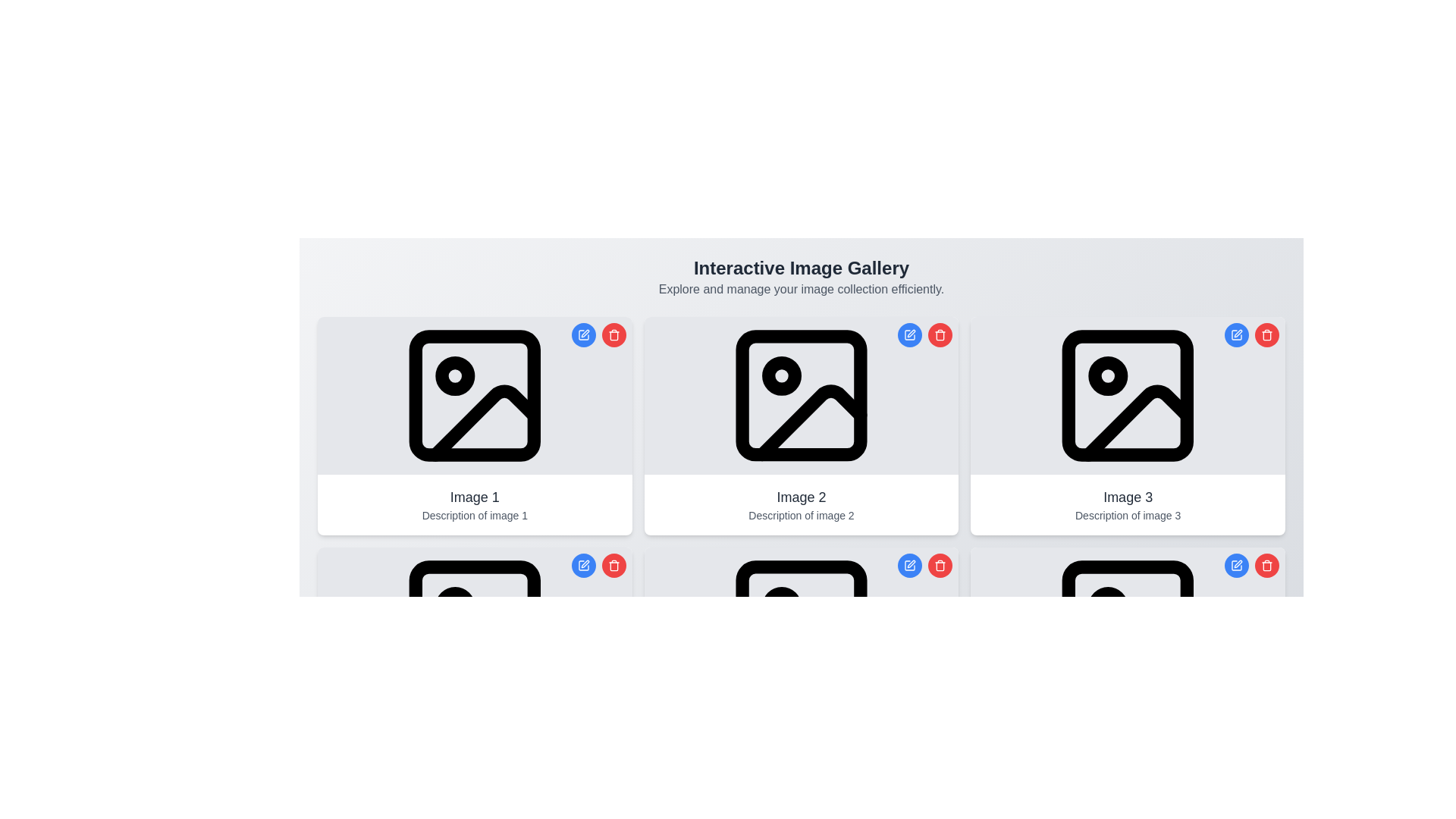 The width and height of the screenshot is (1456, 819). What do you see at coordinates (910, 565) in the screenshot?
I see `the edit button located at the top-right corner of the card labeled 'Image 2', which is the leftmost action button next to the red trash icon` at bounding box center [910, 565].